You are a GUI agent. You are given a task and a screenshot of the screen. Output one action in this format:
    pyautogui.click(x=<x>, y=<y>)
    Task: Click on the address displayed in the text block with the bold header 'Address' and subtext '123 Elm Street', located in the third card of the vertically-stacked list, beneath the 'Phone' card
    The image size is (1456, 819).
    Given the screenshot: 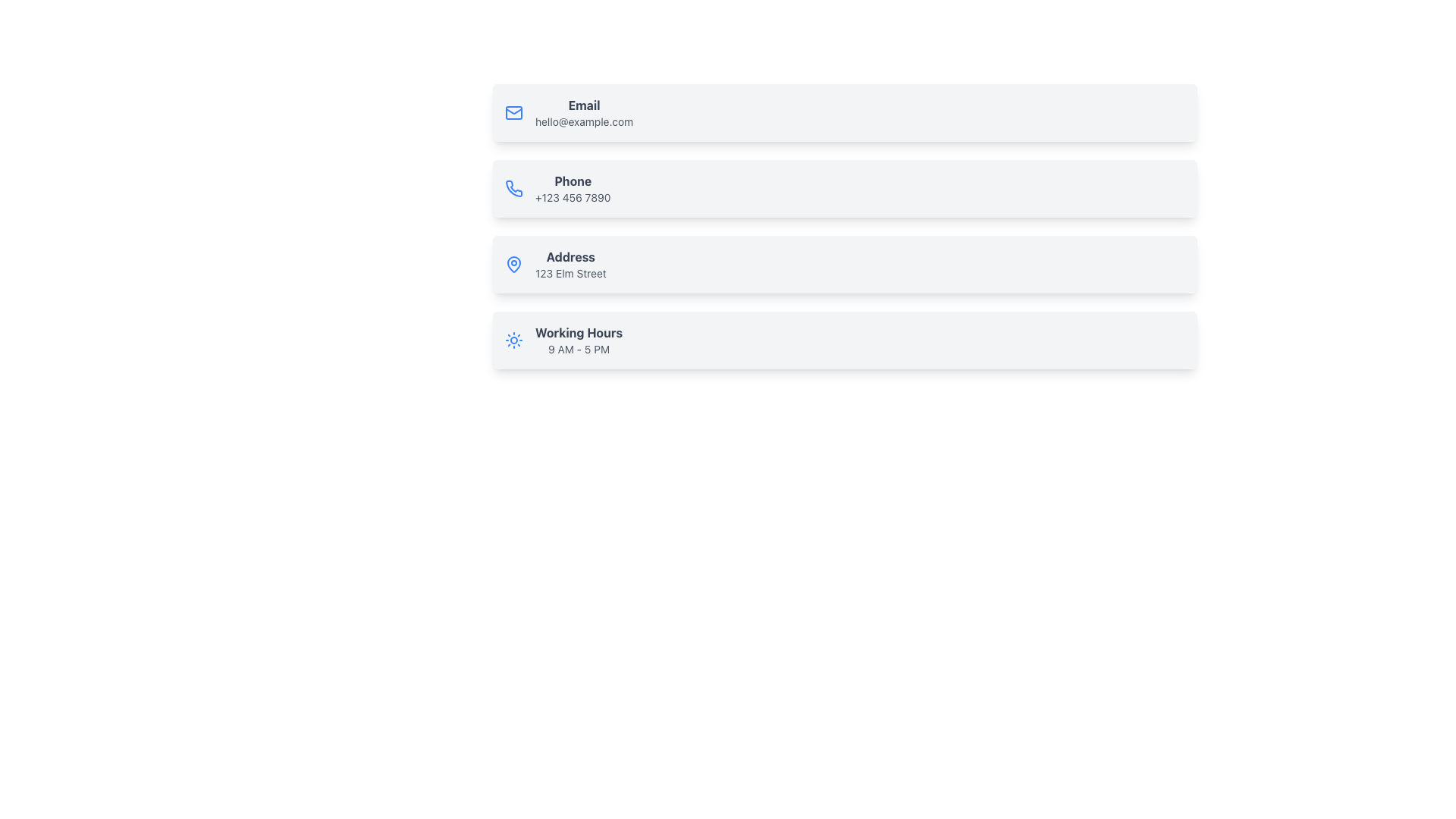 What is the action you would take?
    pyautogui.click(x=570, y=263)
    